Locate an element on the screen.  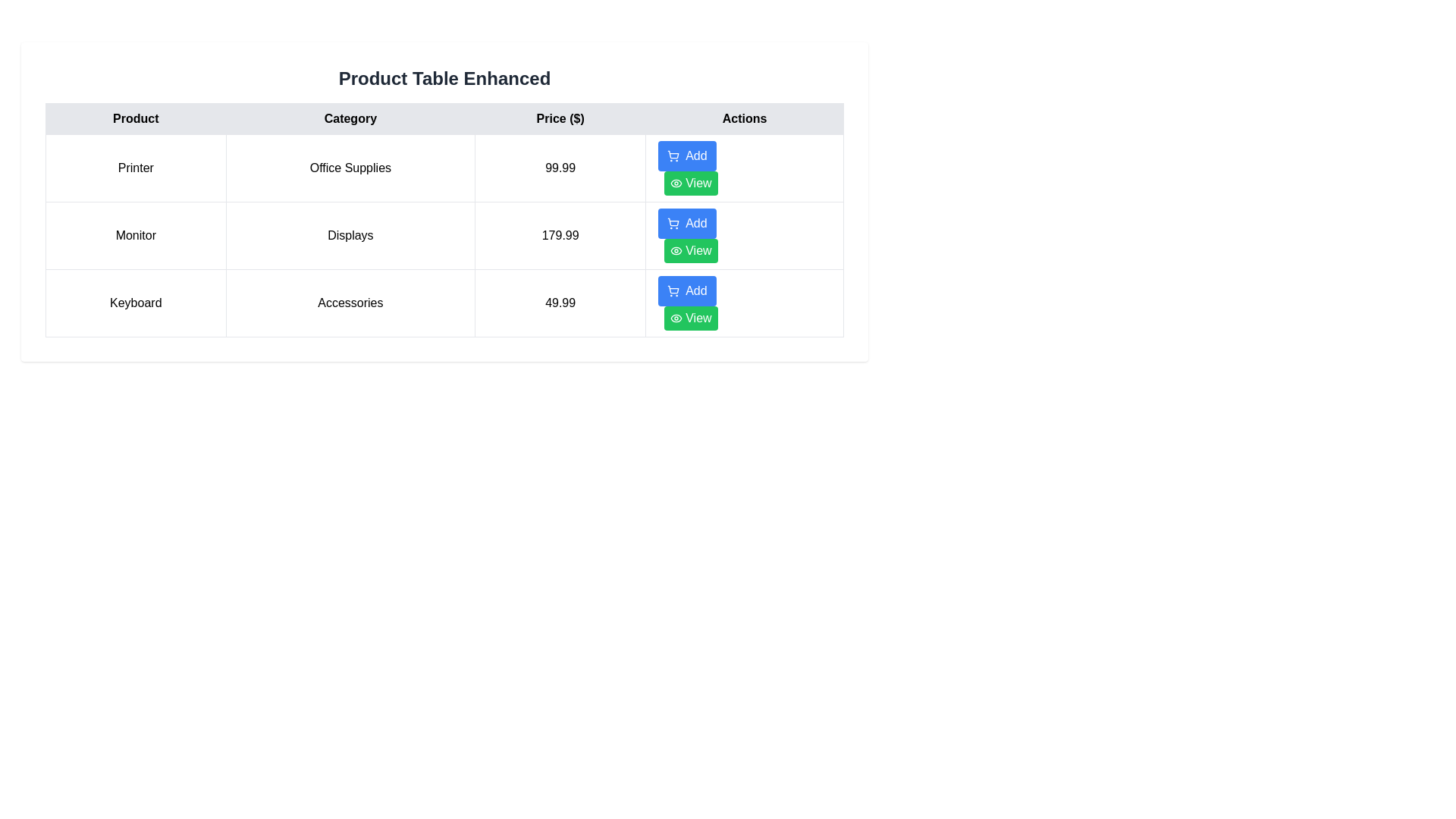
the eye-shaped icon located inside the green 'View' button in the 'Actions' column of the second row in the 'Product Table Enhanced' table is located at coordinates (676, 250).